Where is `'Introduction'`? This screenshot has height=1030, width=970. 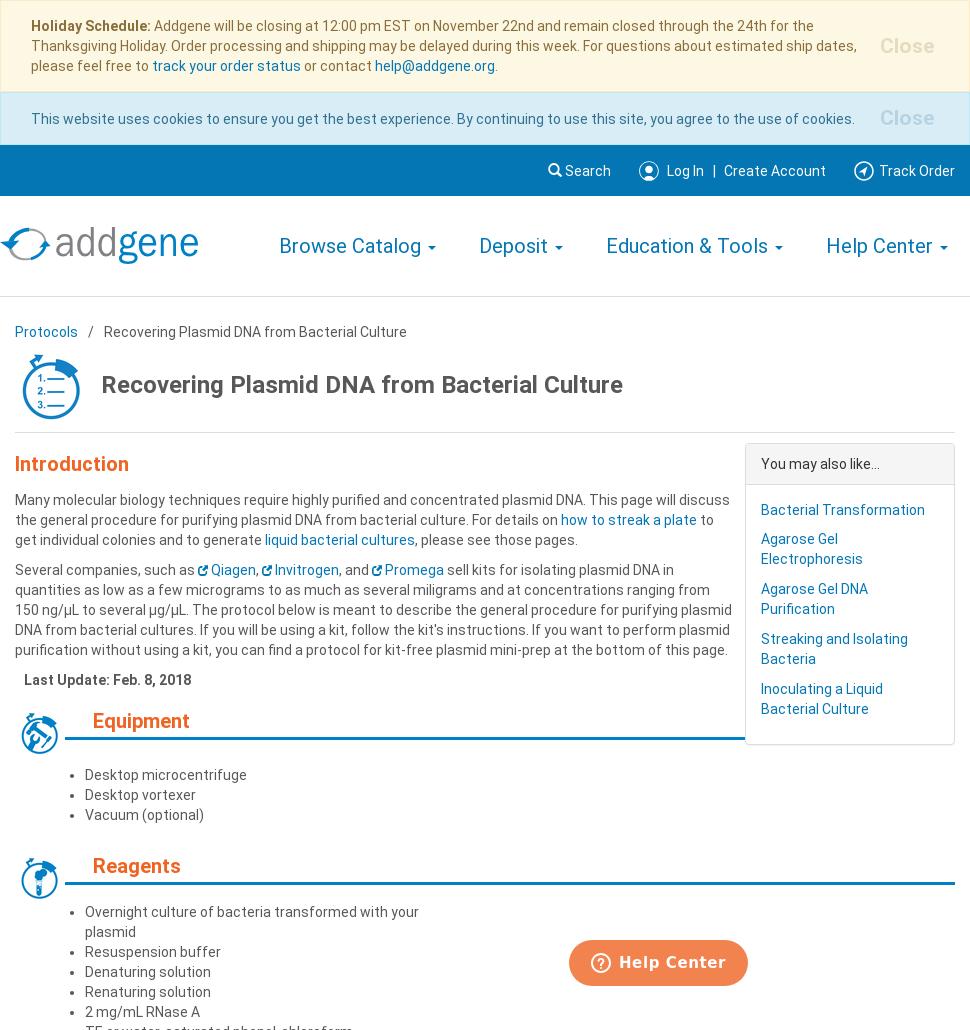
'Introduction' is located at coordinates (70, 461).